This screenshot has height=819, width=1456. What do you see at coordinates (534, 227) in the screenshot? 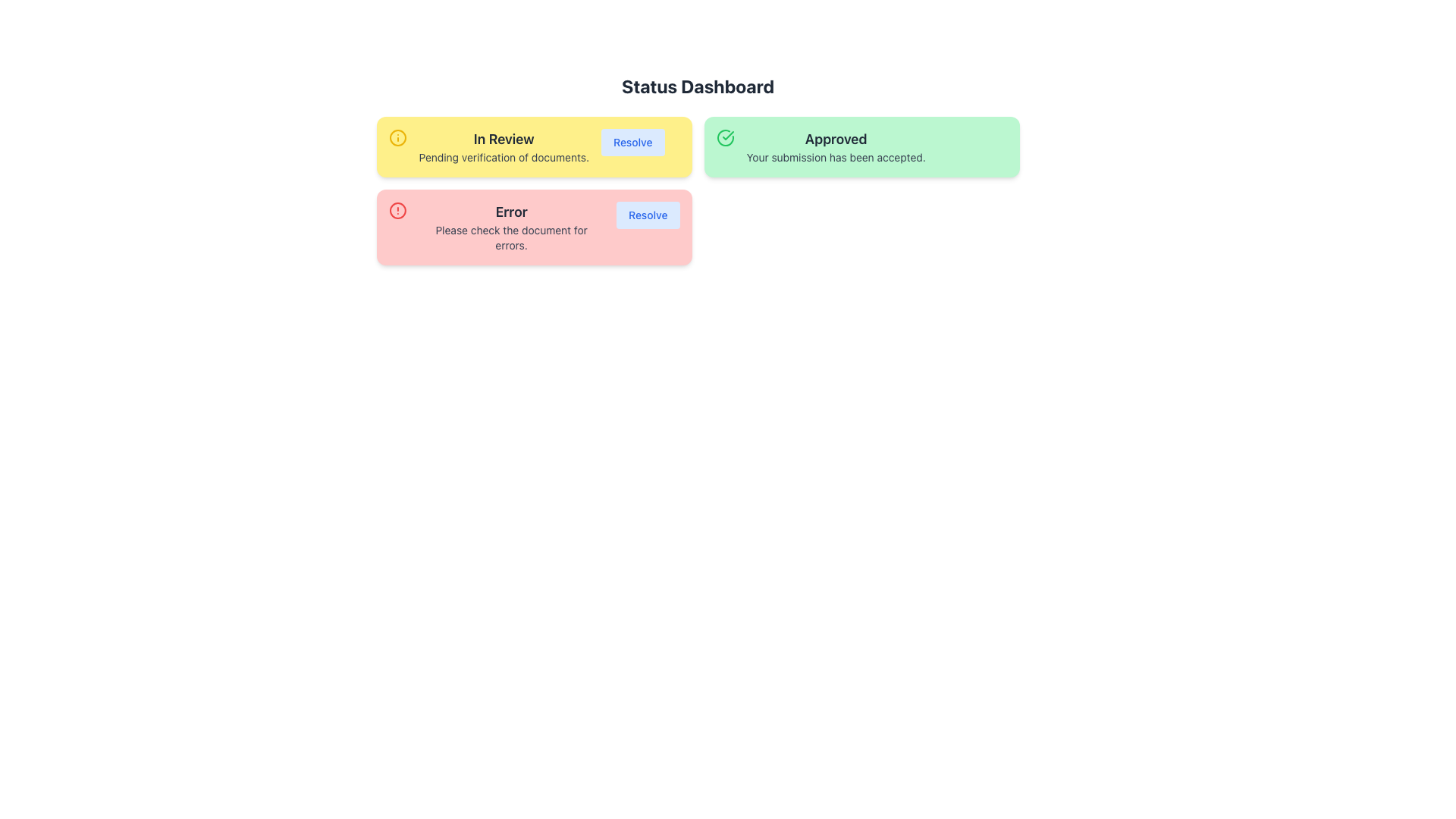
I see `the Notification card located in the lower-left area of the grid layout` at bounding box center [534, 227].